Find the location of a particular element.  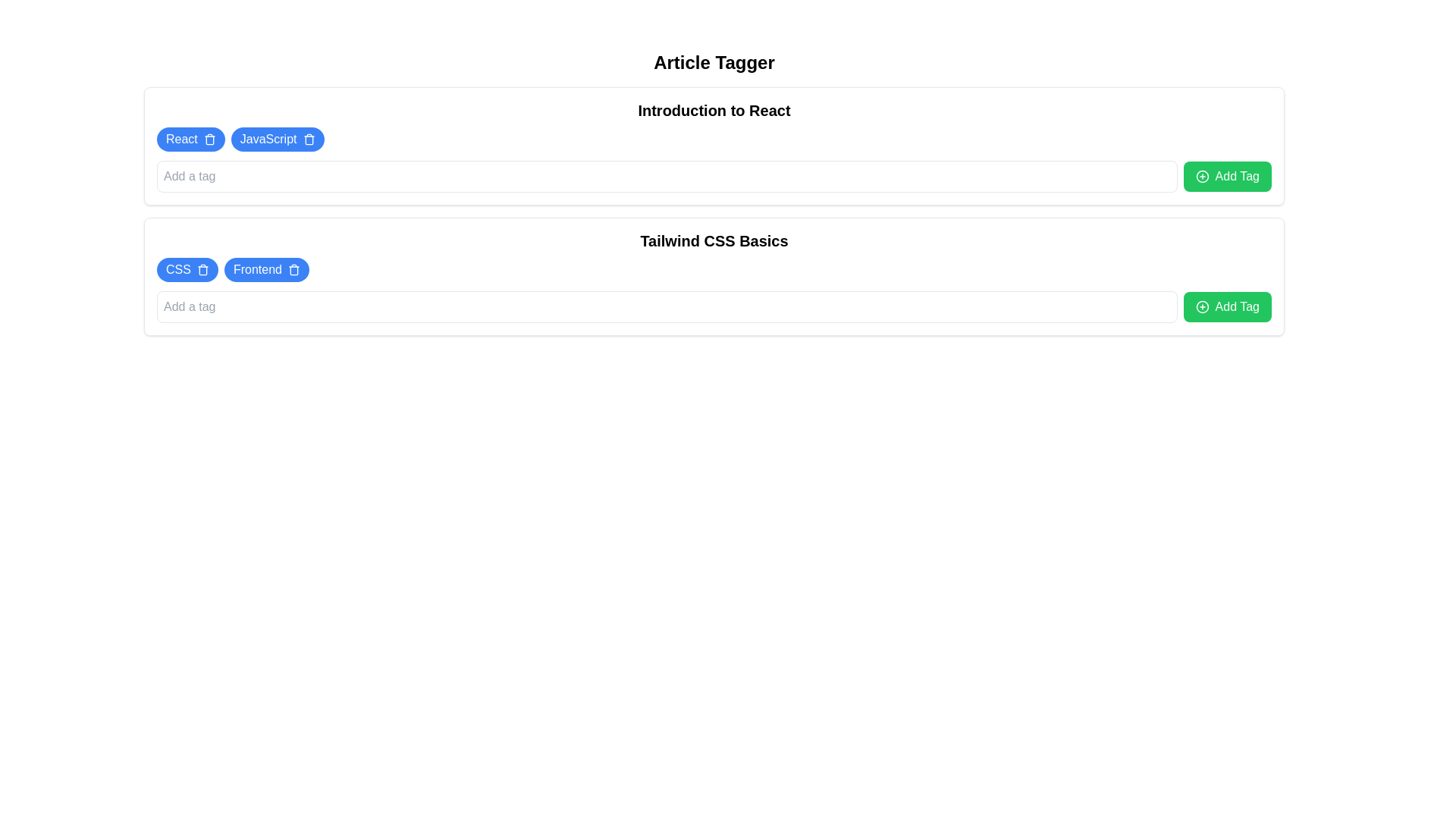

the green 'Add Tag' button with a circular plus icon is located at coordinates (1227, 307).